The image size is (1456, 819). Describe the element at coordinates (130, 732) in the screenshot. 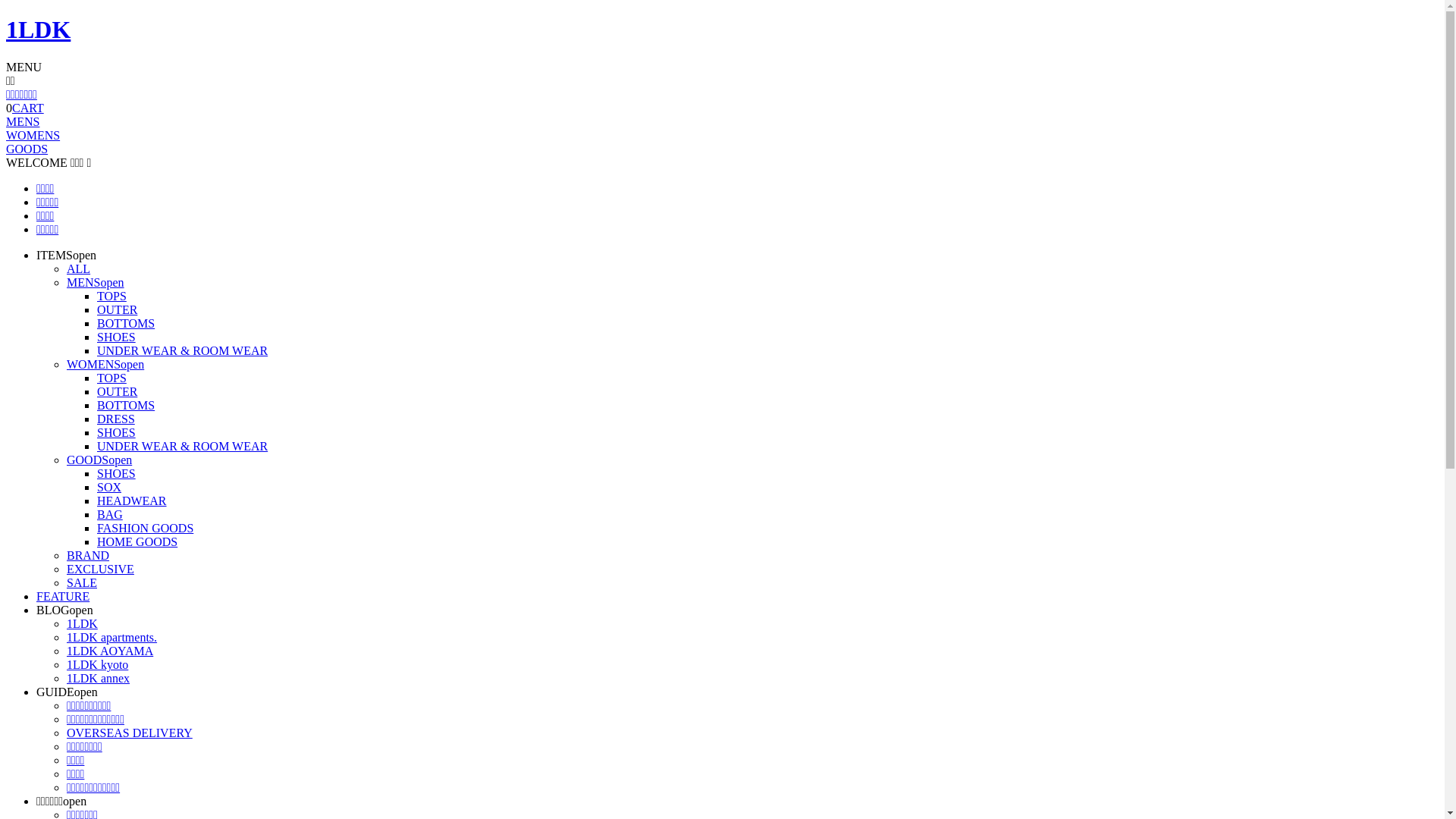

I see `'OVERSEAS DELIVERY'` at that location.